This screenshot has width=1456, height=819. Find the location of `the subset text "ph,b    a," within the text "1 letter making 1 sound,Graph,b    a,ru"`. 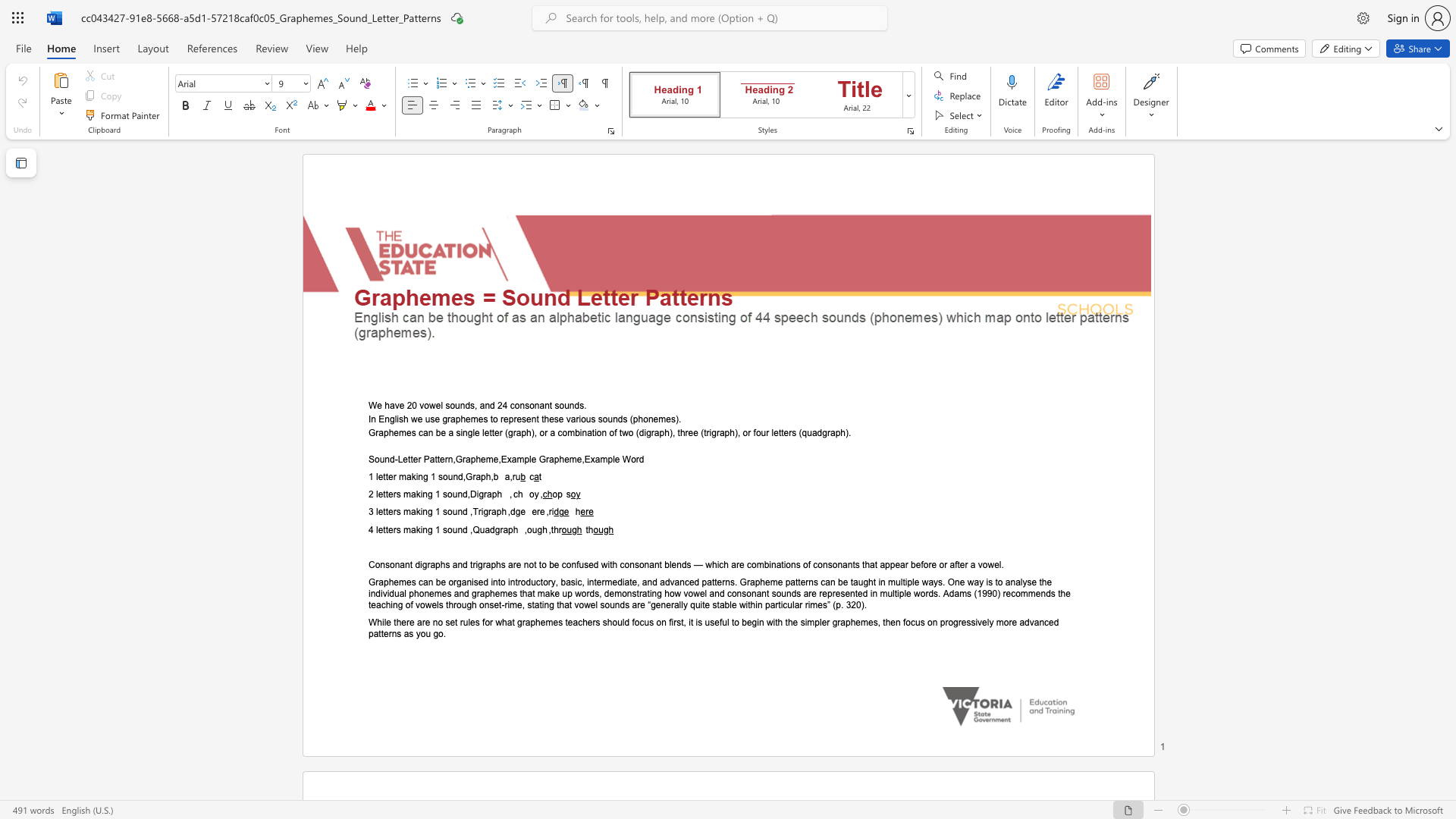

the subset text "ph,b    a," within the text "1 letter making 1 sound,Graph,b    a,ru" is located at coordinates (479, 476).